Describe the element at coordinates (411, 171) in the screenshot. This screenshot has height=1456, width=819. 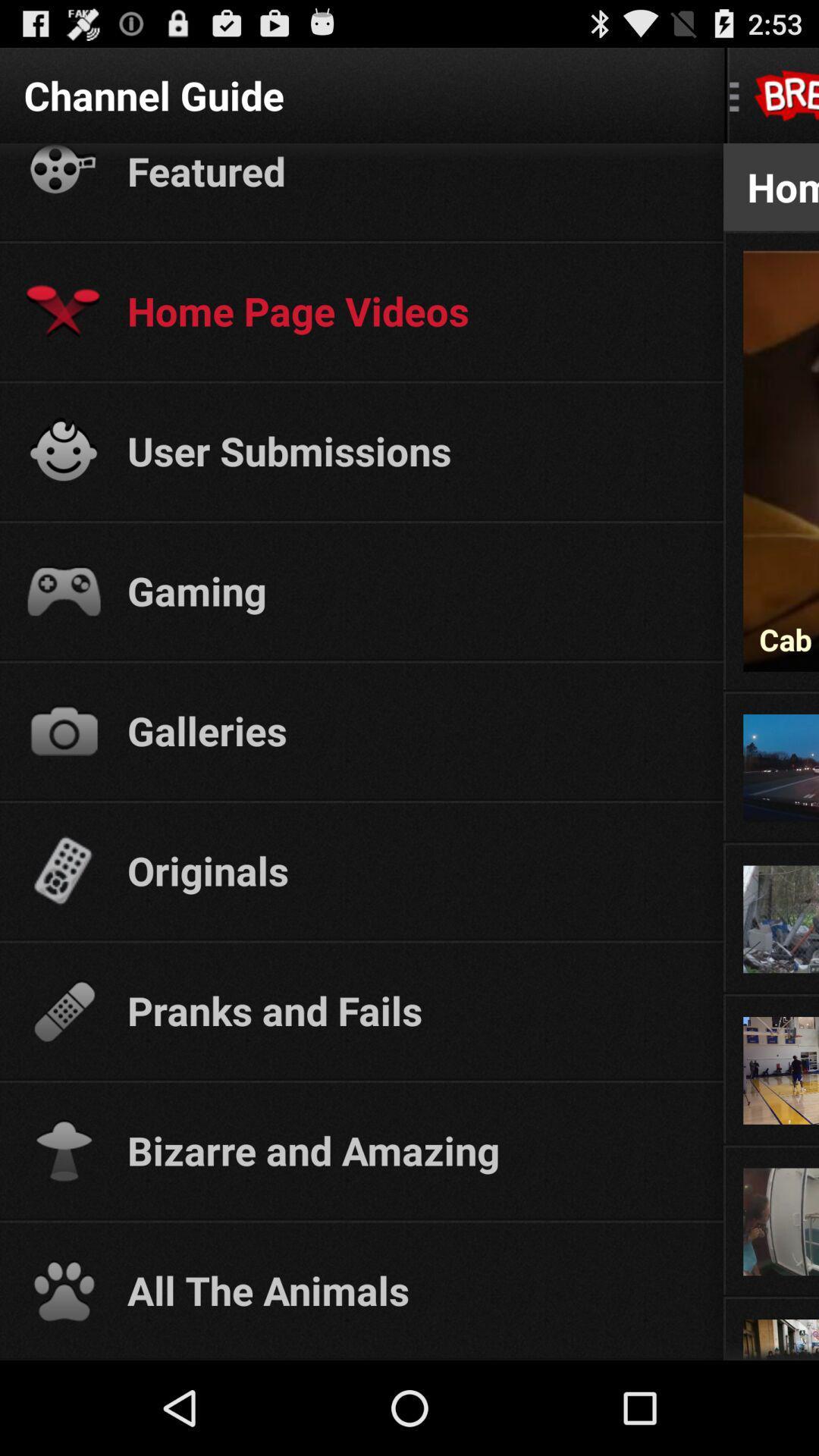
I see `icon below the channel guide app` at that location.